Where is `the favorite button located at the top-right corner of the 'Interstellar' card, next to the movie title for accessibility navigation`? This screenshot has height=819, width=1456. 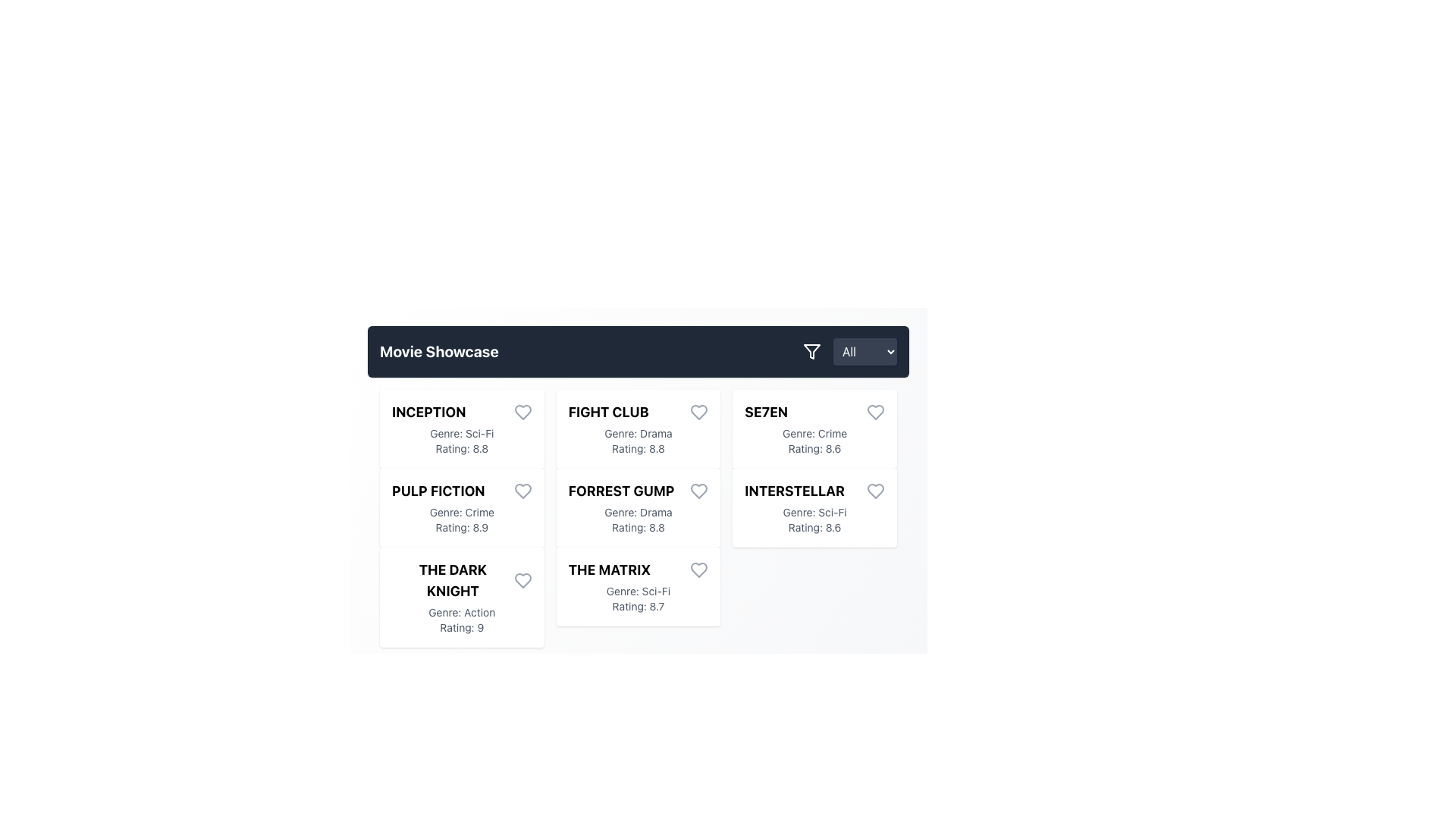 the favorite button located at the top-right corner of the 'Interstellar' card, next to the movie title for accessibility navigation is located at coordinates (875, 491).